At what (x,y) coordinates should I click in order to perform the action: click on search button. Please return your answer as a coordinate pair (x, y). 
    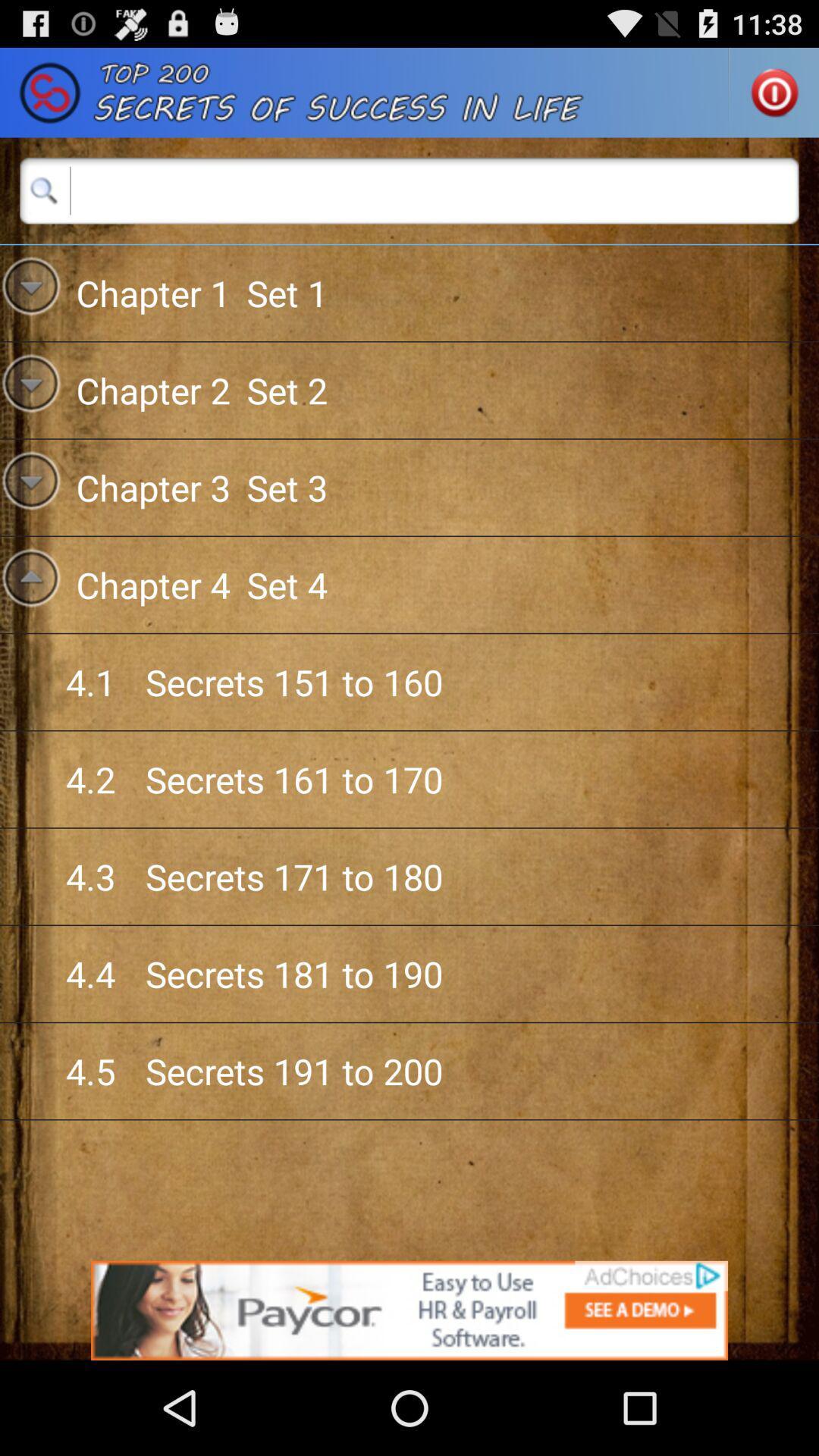
    Looking at the image, I should click on (409, 190).